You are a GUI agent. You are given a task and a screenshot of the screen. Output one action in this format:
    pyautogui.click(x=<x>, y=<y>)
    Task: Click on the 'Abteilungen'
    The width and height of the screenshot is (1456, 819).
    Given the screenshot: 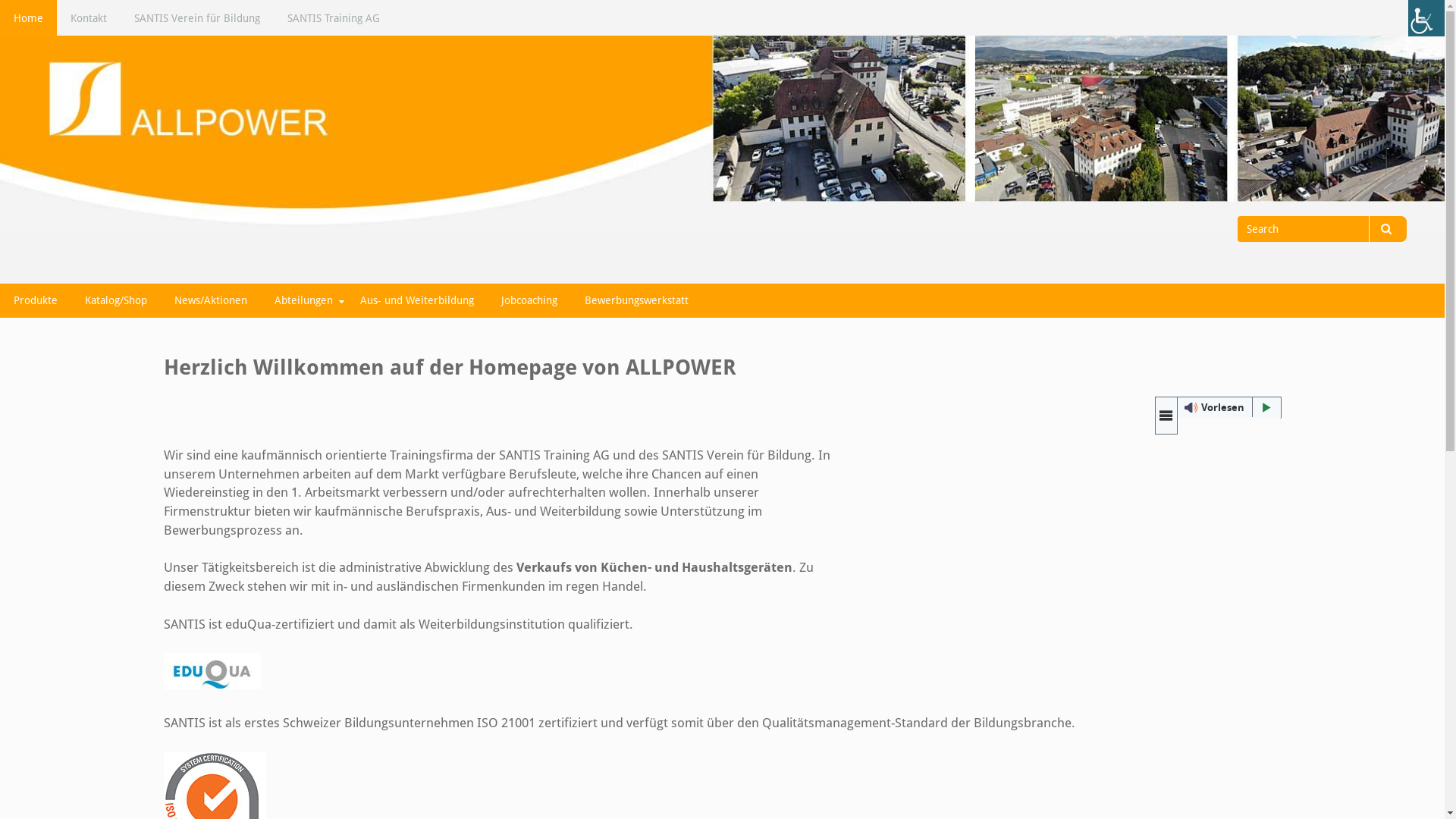 What is the action you would take?
    pyautogui.click(x=261, y=300)
    